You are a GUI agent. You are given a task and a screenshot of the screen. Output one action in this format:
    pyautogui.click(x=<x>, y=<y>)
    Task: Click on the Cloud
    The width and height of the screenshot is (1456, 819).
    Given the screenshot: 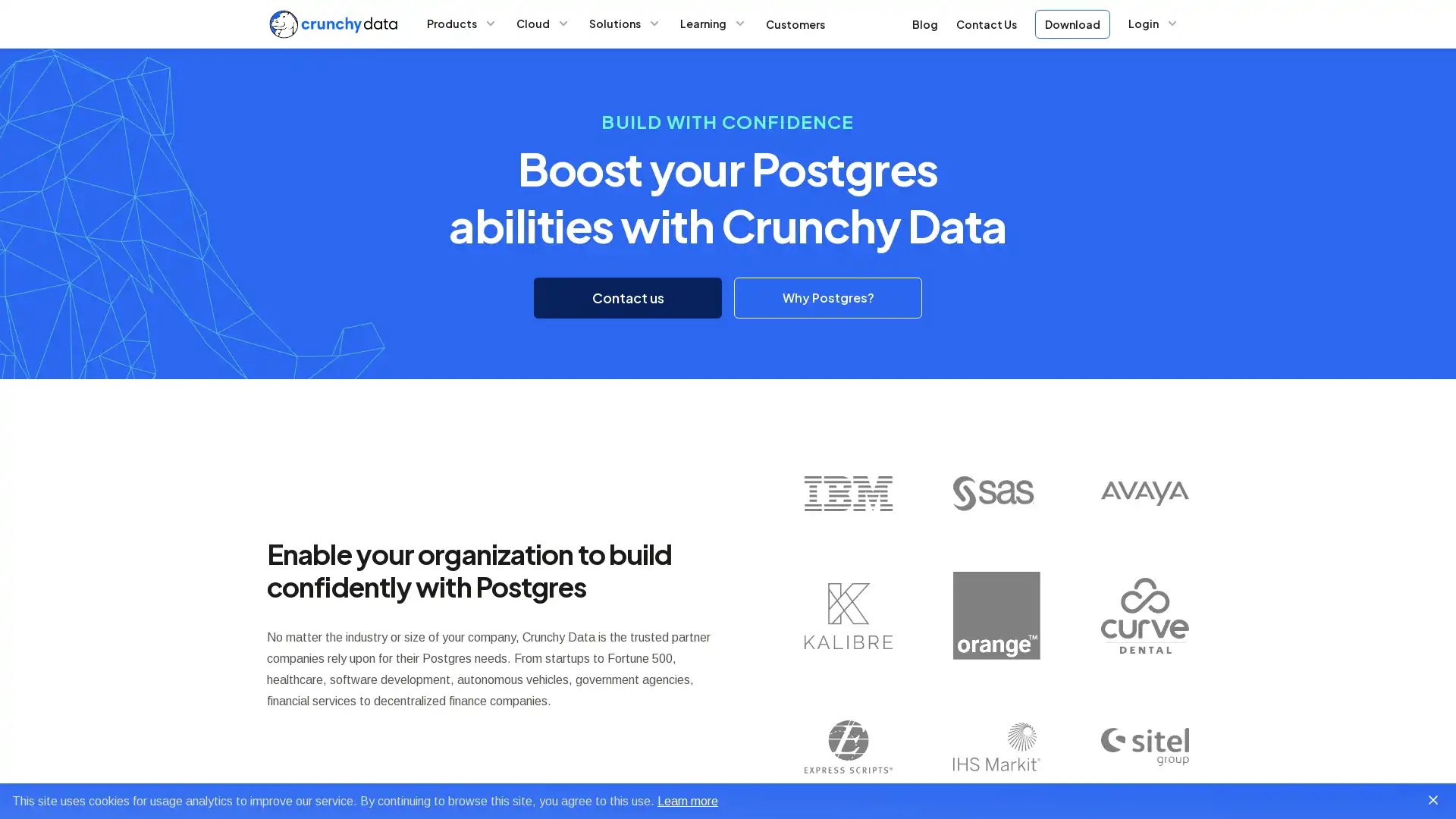 What is the action you would take?
    pyautogui.click(x=542, y=23)
    